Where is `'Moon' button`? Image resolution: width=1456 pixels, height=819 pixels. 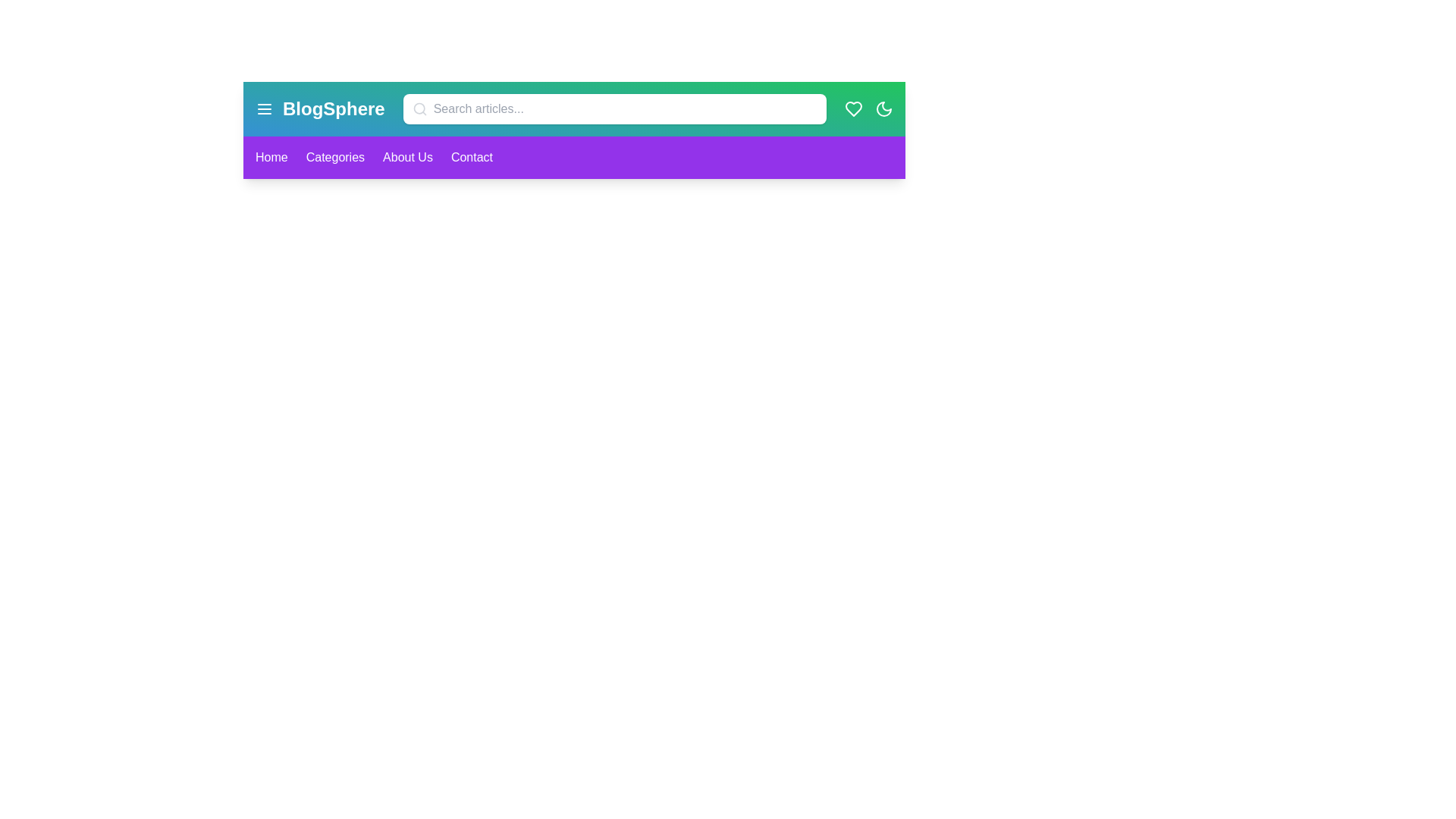 'Moon' button is located at coordinates (884, 108).